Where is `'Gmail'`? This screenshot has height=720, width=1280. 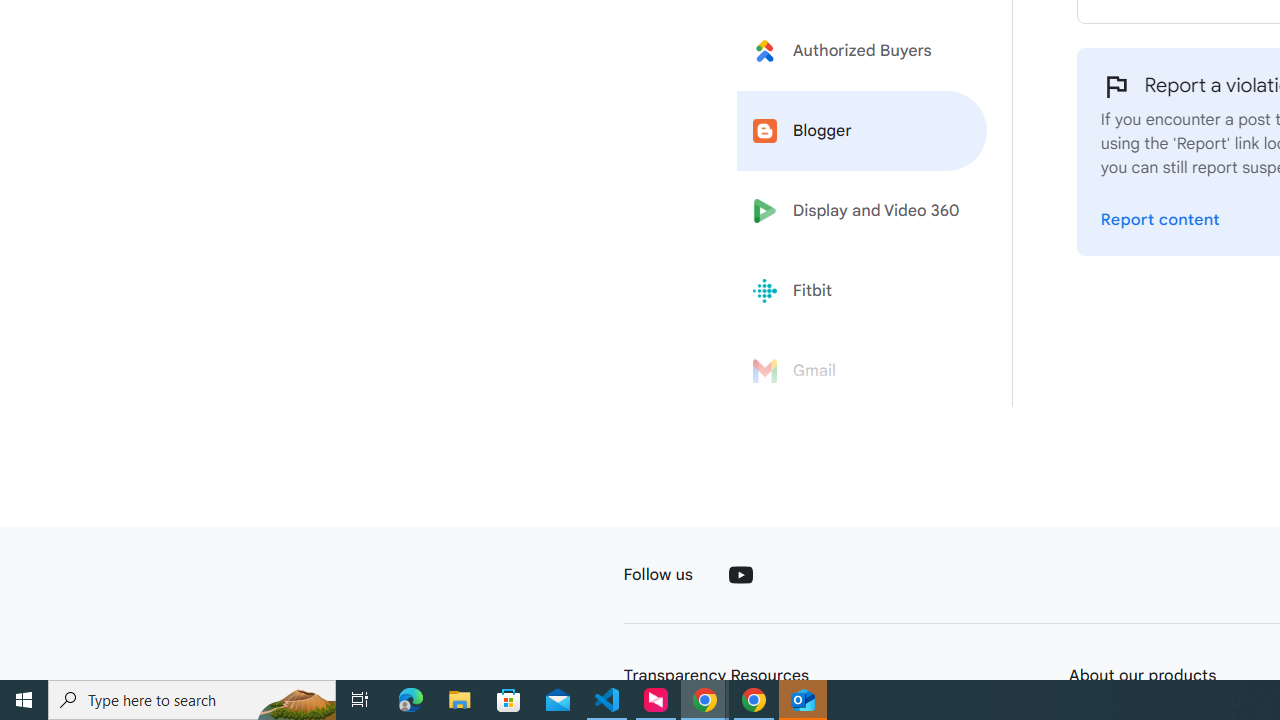
'Gmail' is located at coordinates (862, 371).